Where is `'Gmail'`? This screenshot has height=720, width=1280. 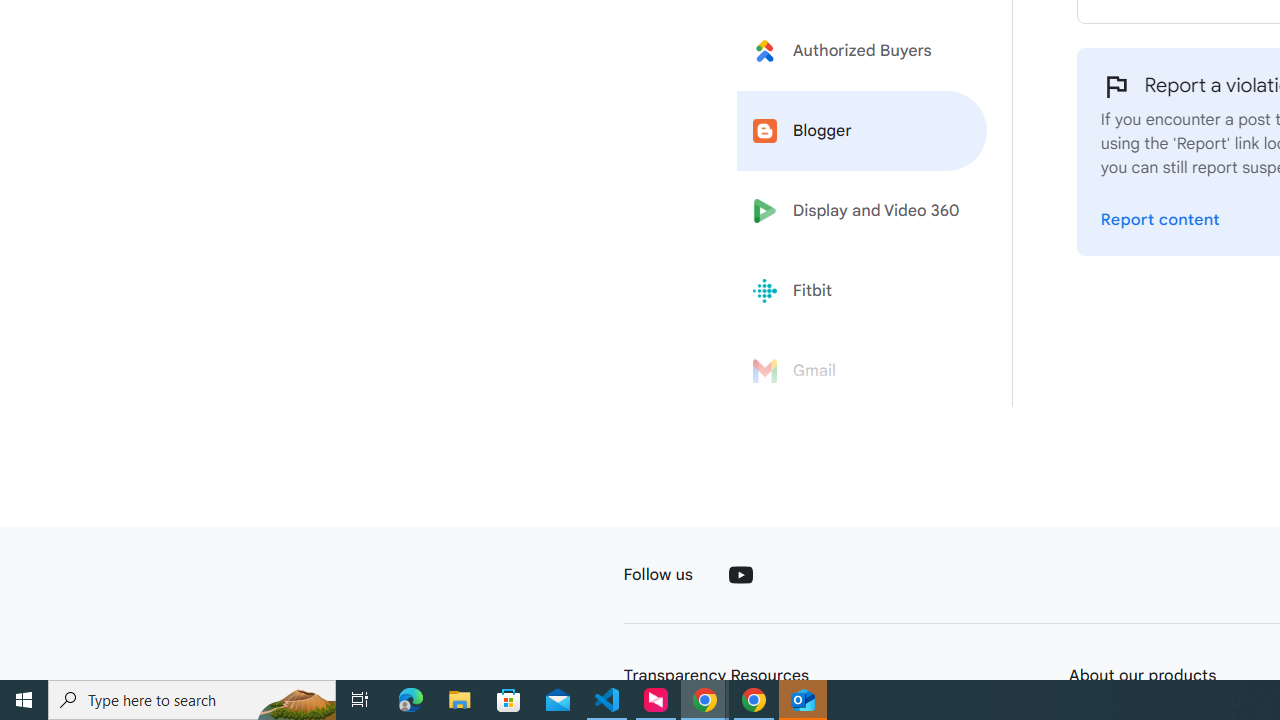
'Gmail' is located at coordinates (862, 371).